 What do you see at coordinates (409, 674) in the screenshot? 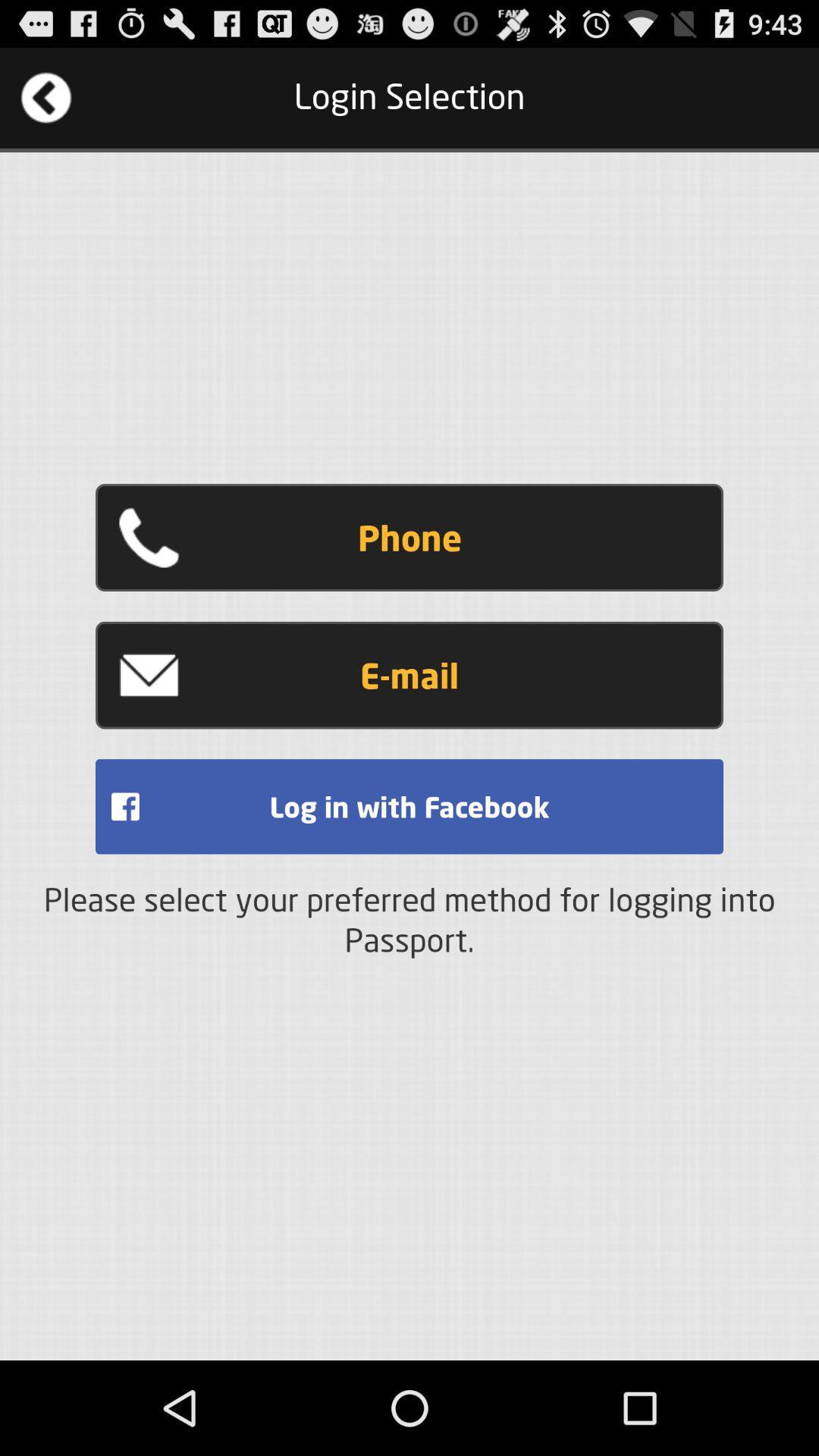
I see `the item above the log in with item` at bounding box center [409, 674].